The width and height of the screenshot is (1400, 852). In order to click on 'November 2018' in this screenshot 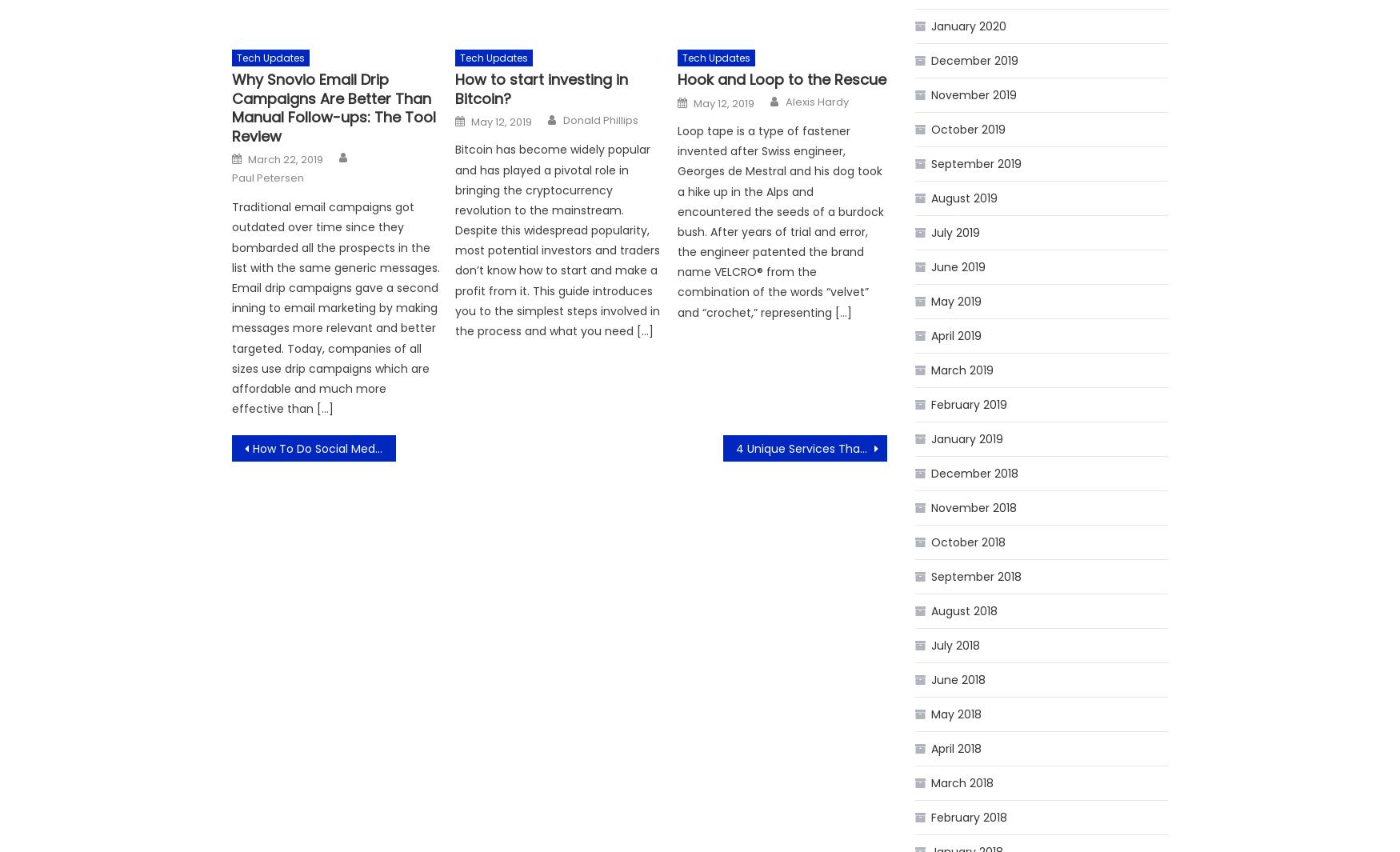, I will do `click(974, 507)`.